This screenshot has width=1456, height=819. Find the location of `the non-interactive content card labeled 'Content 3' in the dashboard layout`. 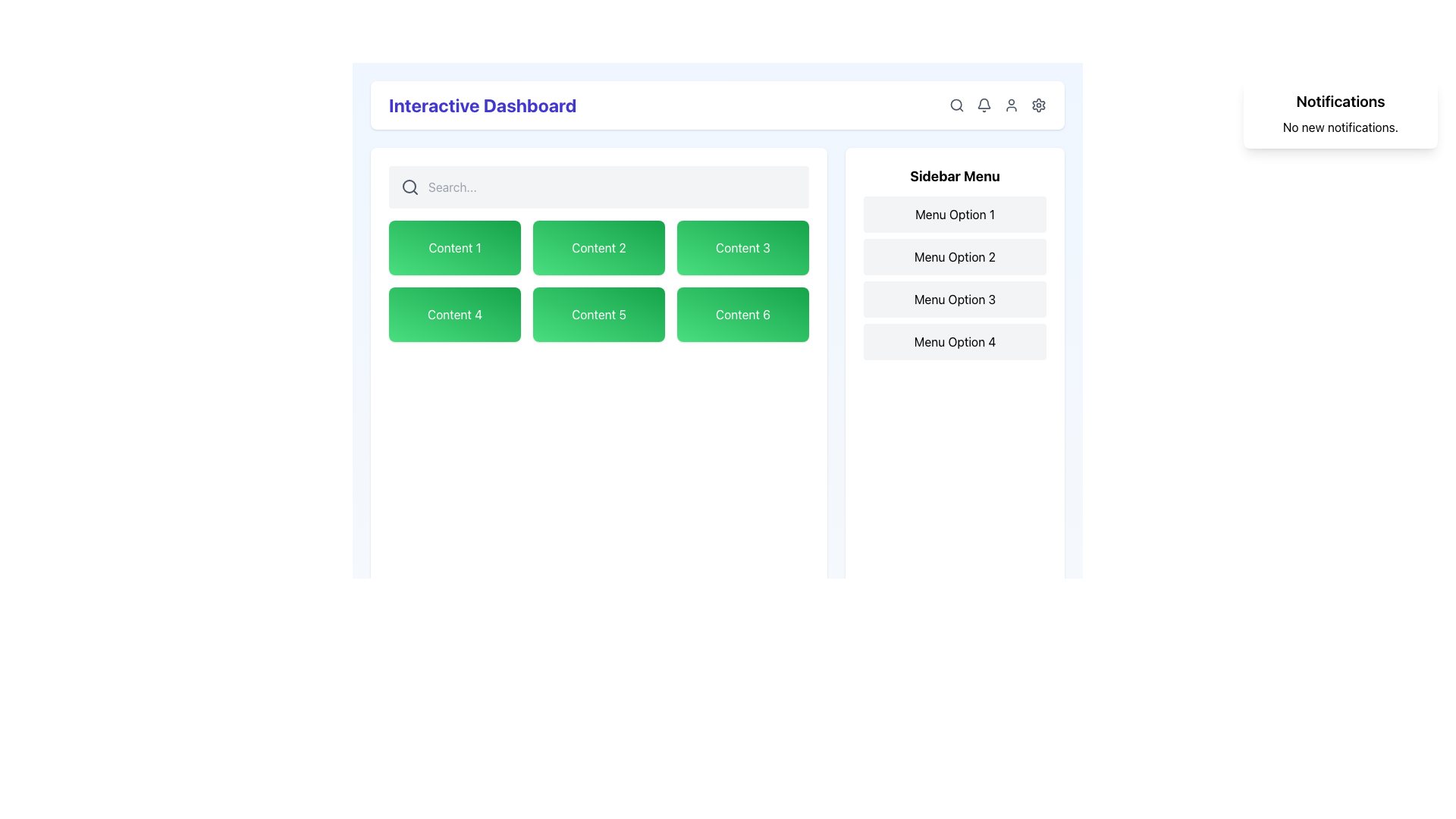

the non-interactive content card labeled 'Content 3' in the dashboard layout is located at coordinates (742, 247).